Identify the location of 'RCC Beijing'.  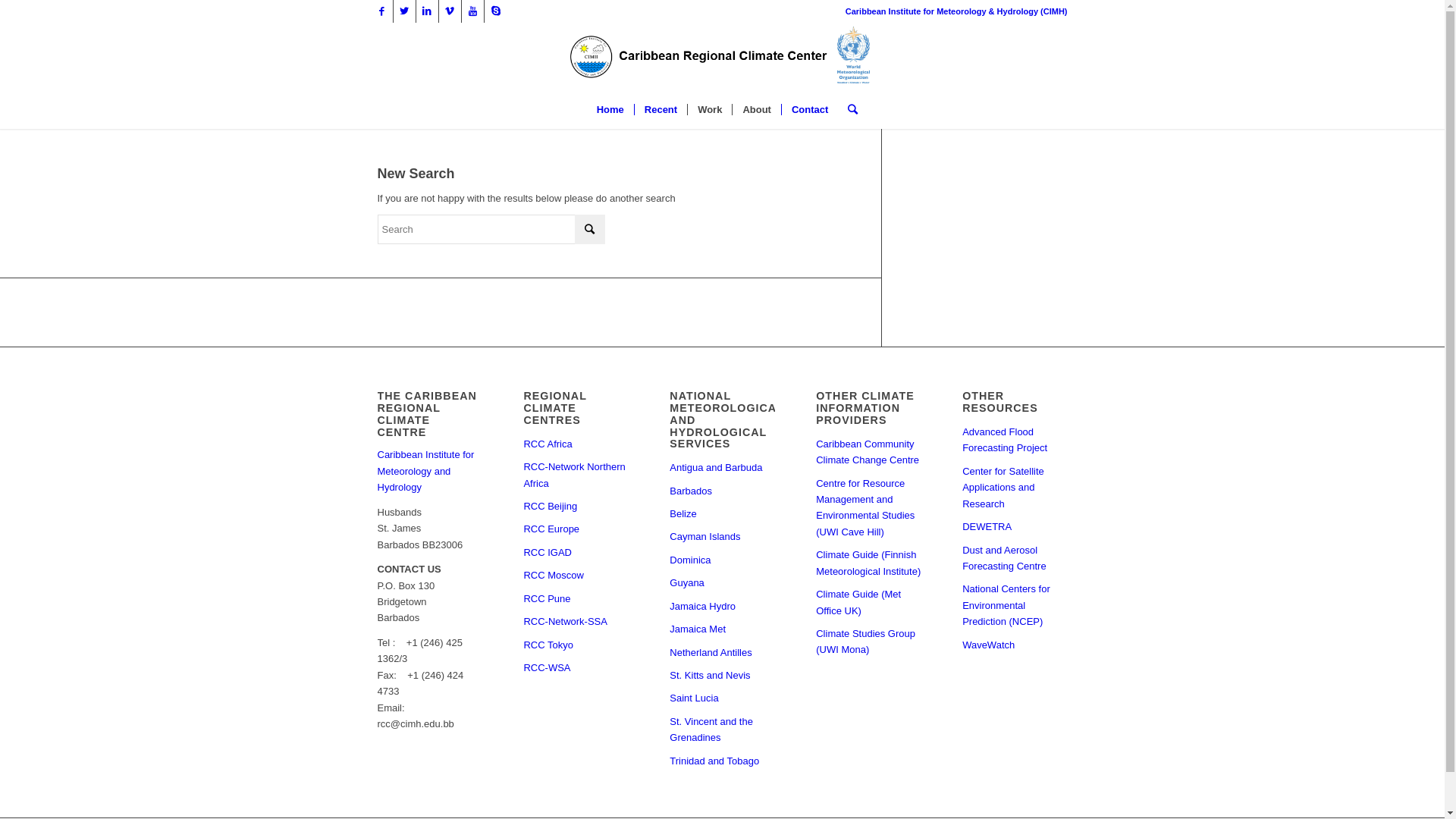
(523, 506).